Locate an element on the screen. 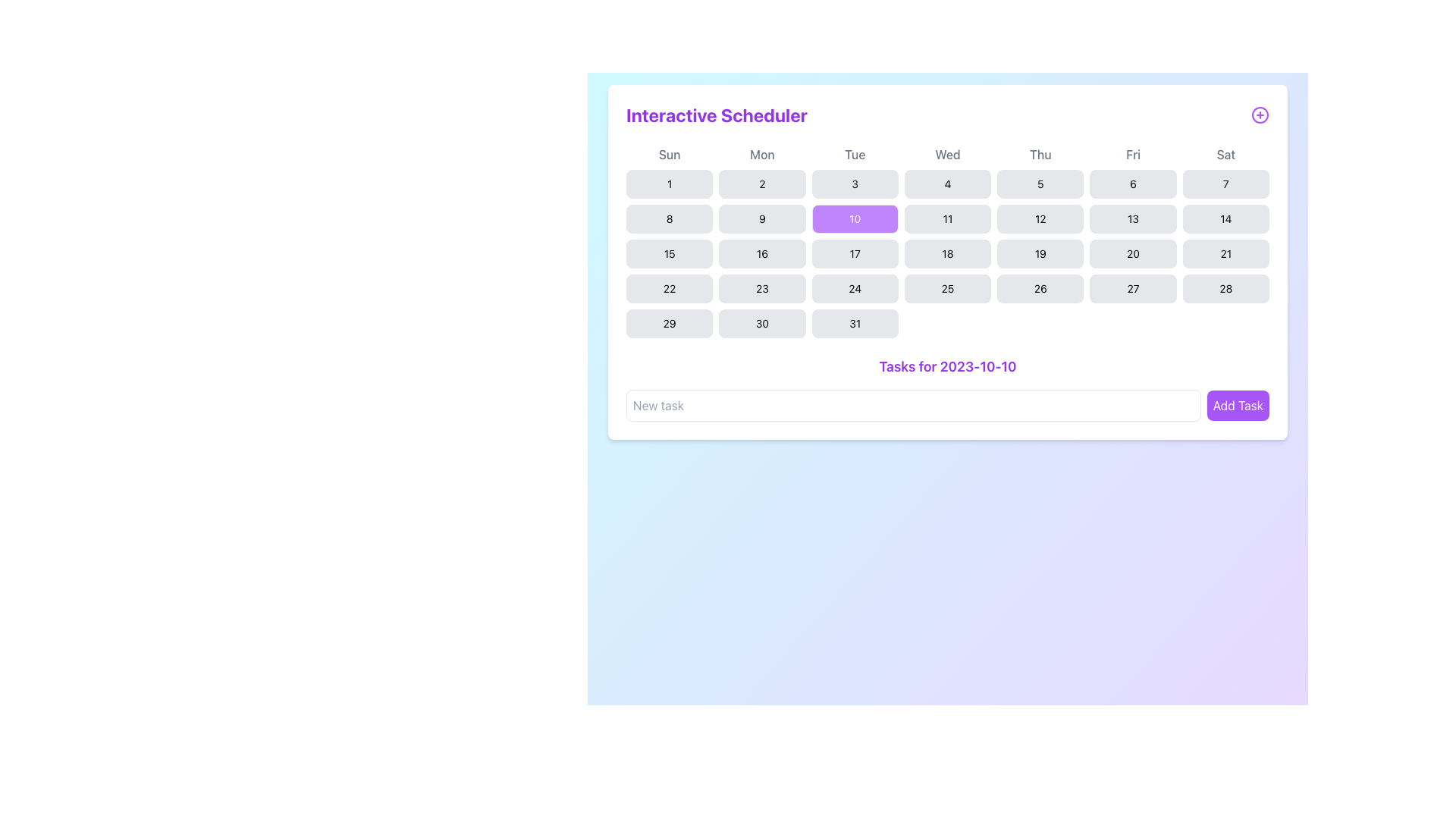  the day selection button located in the 7th row and 4th column of the calendar grid is located at coordinates (946, 289).